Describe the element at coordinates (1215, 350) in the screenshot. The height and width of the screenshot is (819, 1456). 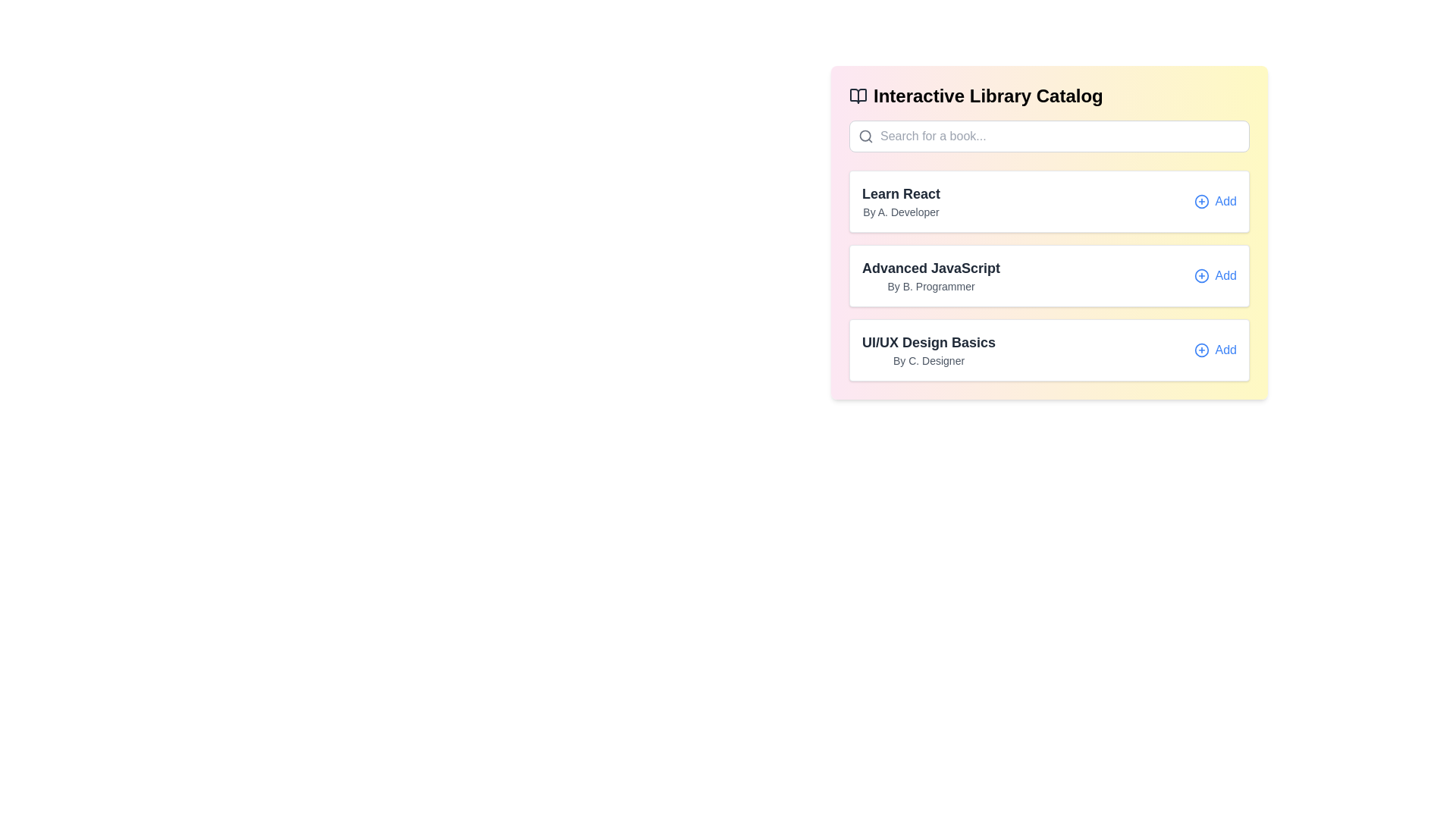
I see `the button with an icon and text located at the far-right of the last item in the 'UI/UX Design Basics' list by 'C. Designer'` at that location.